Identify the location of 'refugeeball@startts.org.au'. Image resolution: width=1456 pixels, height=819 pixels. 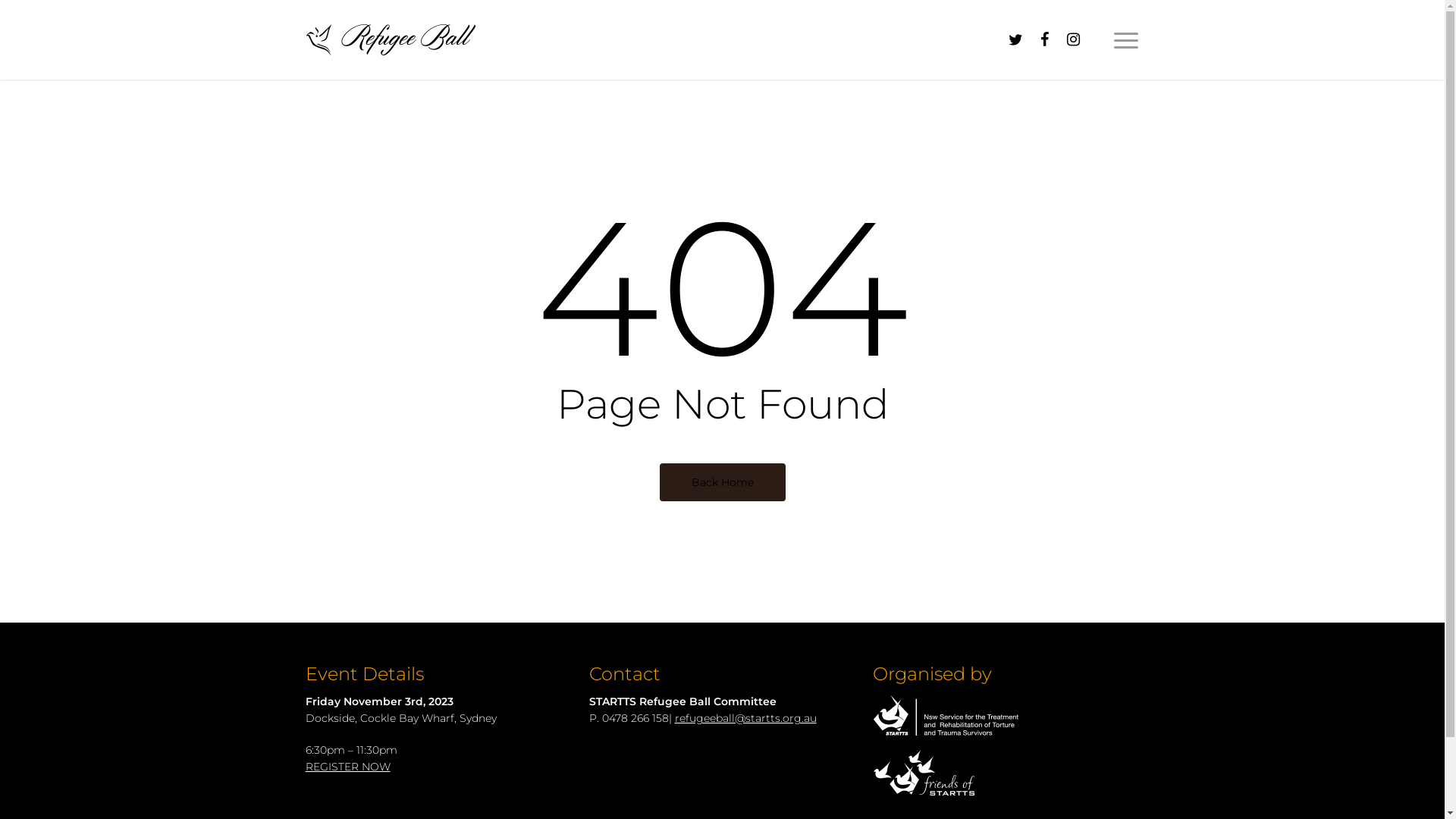
(745, 717).